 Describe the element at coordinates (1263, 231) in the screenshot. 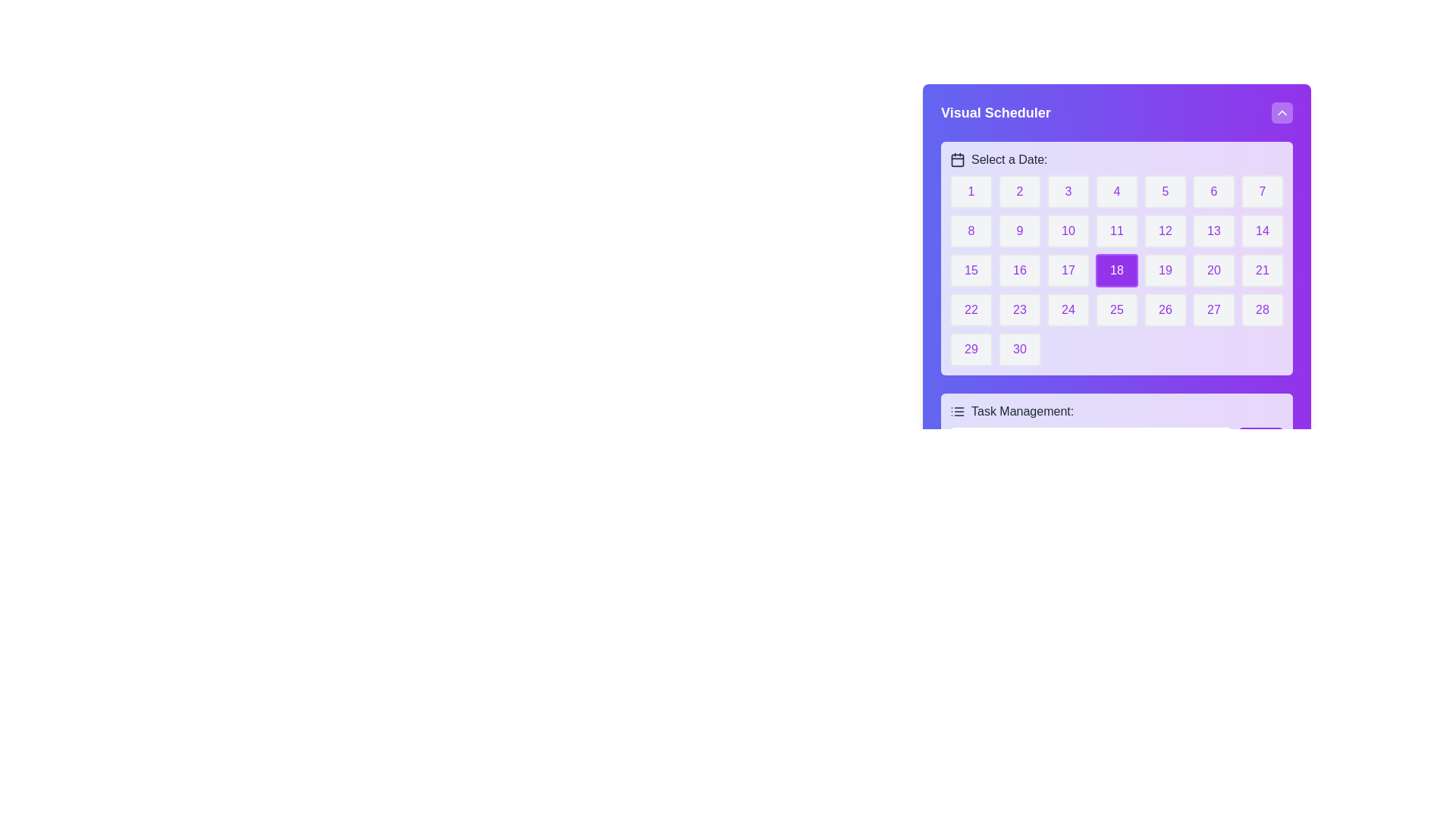

I see `the day selector button for the 14th day in the calendar interface, located in the second row and last column of the grid` at that location.